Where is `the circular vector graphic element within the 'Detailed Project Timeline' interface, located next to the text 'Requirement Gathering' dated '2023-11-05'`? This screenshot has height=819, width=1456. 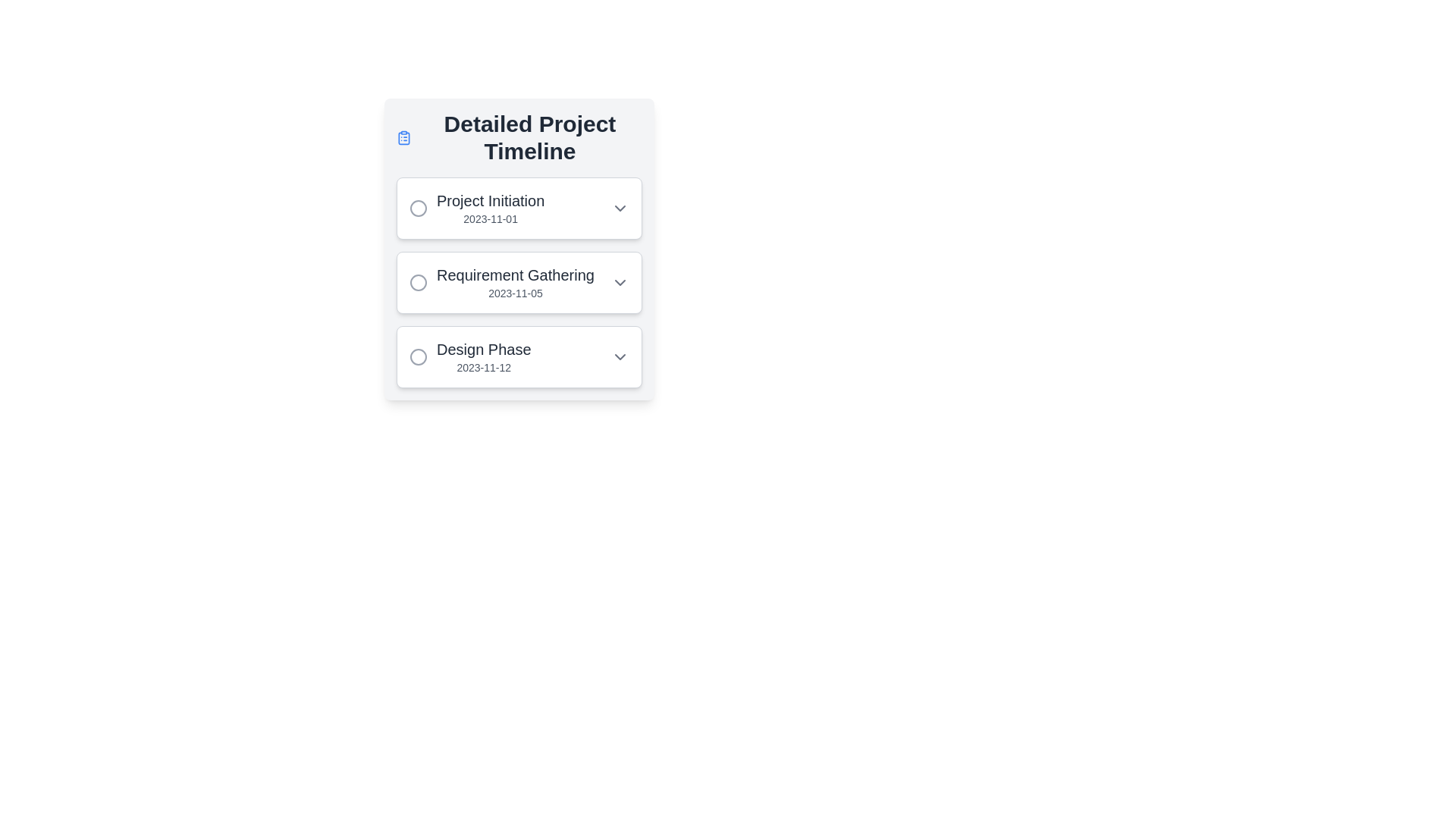
the circular vector graphic element within the 'Detailed Project Timeline' interface, located next to the text 'Requirement Gathering' dated '2023-11-05' is located at coordinates (419, 283).